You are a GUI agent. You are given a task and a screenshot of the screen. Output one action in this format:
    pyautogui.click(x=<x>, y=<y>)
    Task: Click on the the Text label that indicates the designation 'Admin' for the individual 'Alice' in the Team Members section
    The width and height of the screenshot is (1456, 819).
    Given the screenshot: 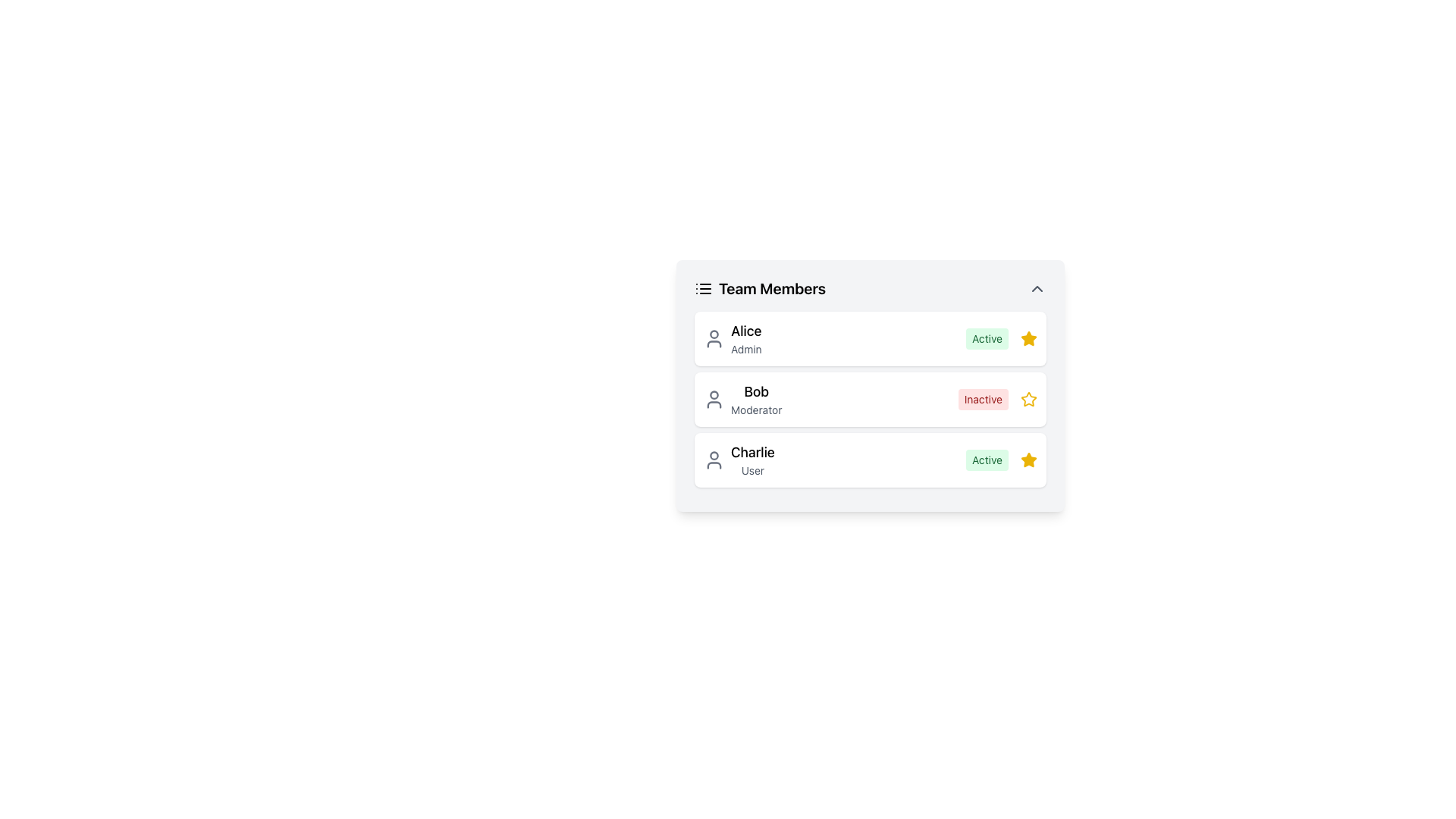 What is the action you would take?
    pyautogui.click(x=746, y=350)
    